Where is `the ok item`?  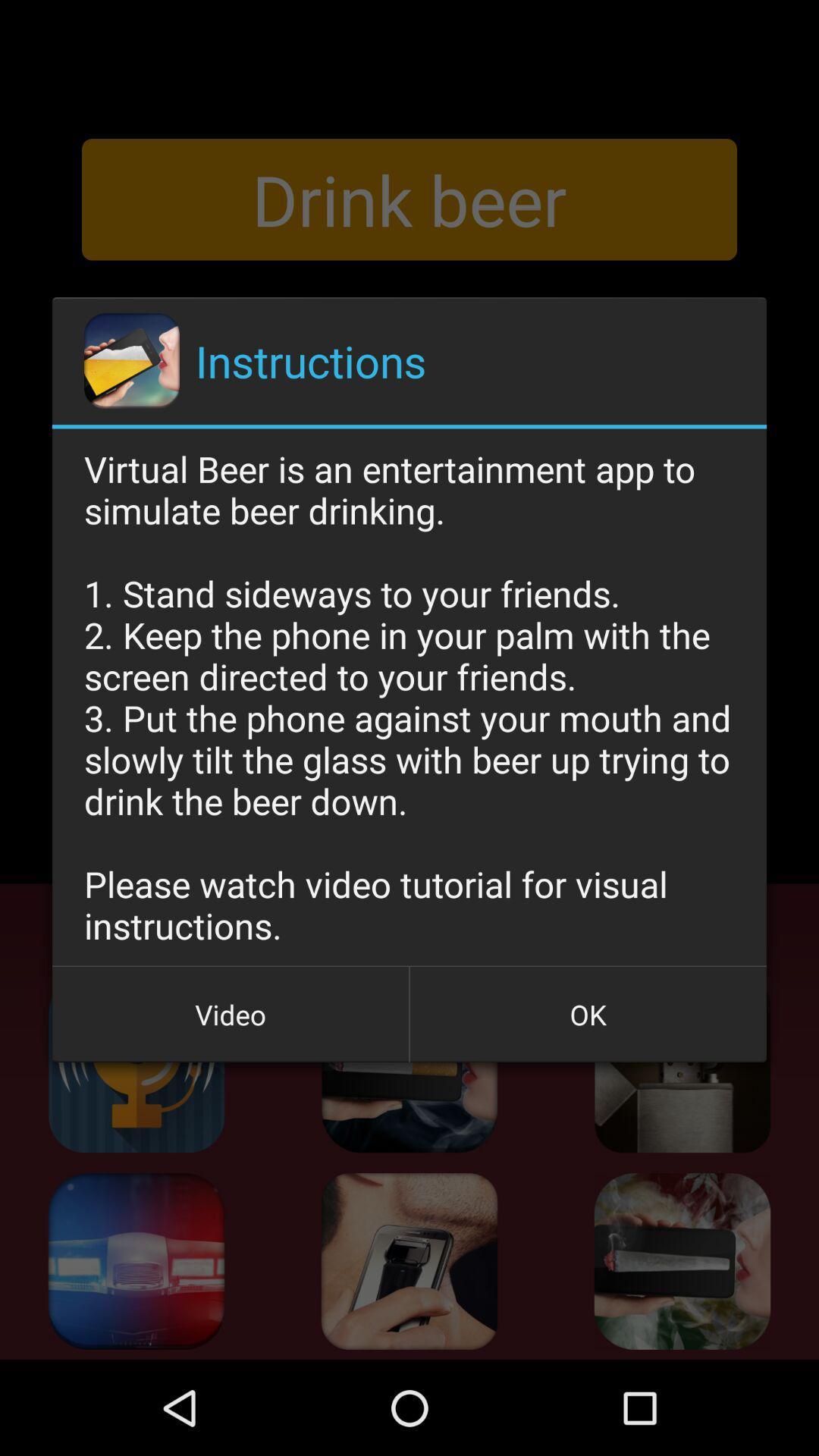 the ok item is located at coordinates (587, 1015).